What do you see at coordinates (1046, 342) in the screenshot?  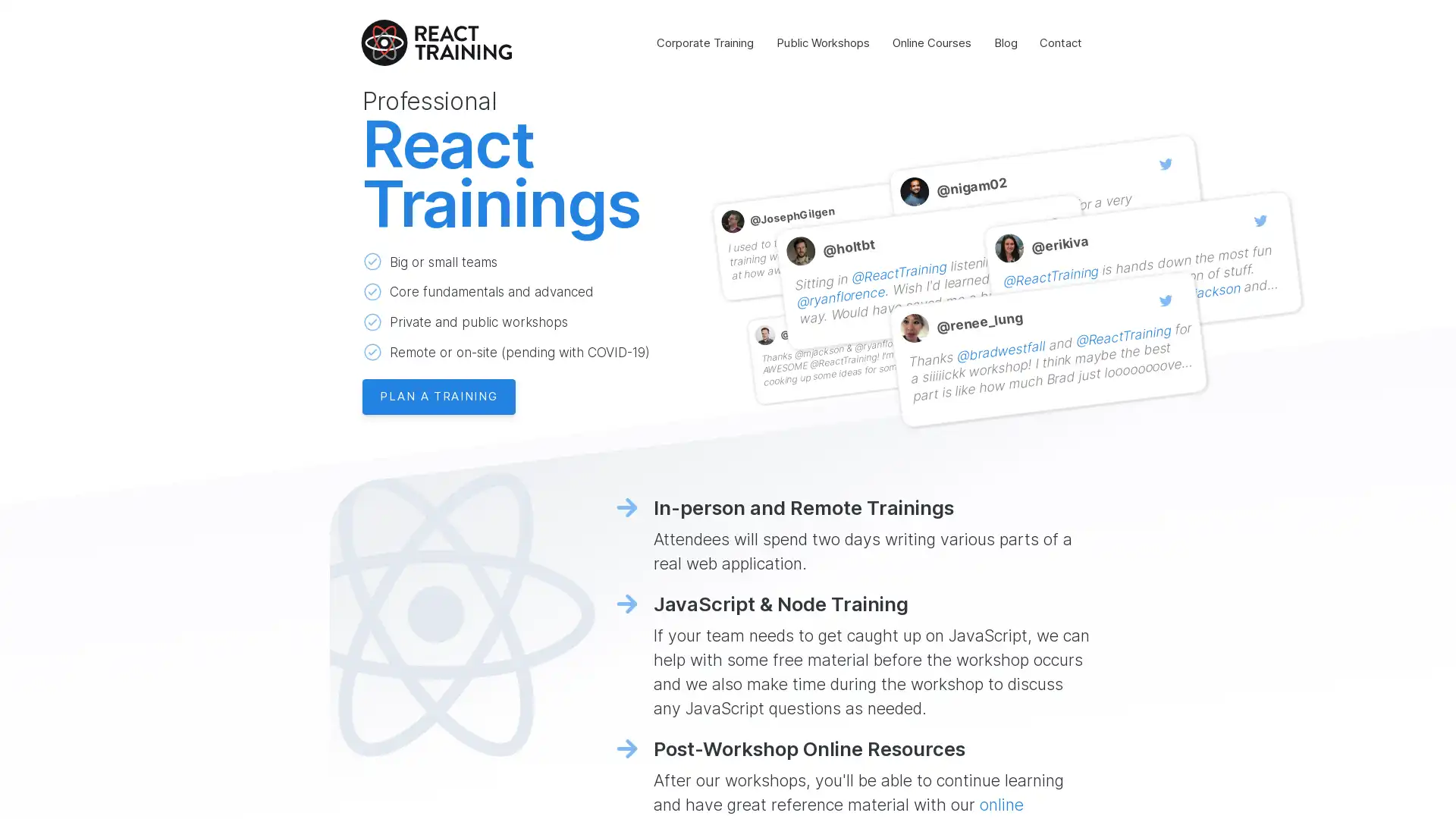 I see `Twitter Avatar for renee_lung @renee_lung Thanks@bradwestfalland@ReactTrainingforasiiiiickkworkshop!IthinkmaybethebestpartislikehowmuchBradjustloooooooovesReacthahaha` at bounding box center [1046, 342].